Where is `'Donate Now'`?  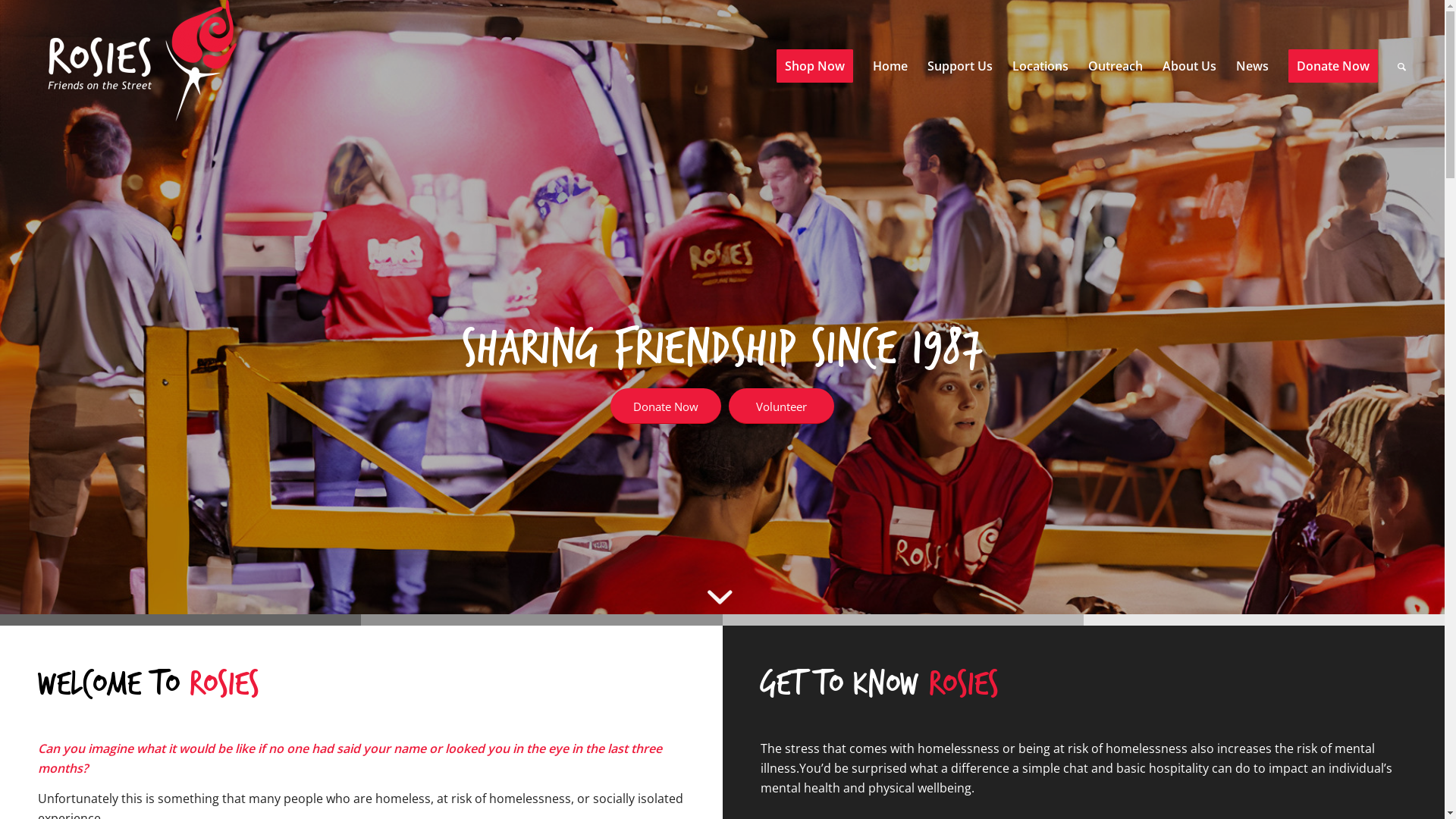
'Donate Now' is located at coordinates (610, 405).